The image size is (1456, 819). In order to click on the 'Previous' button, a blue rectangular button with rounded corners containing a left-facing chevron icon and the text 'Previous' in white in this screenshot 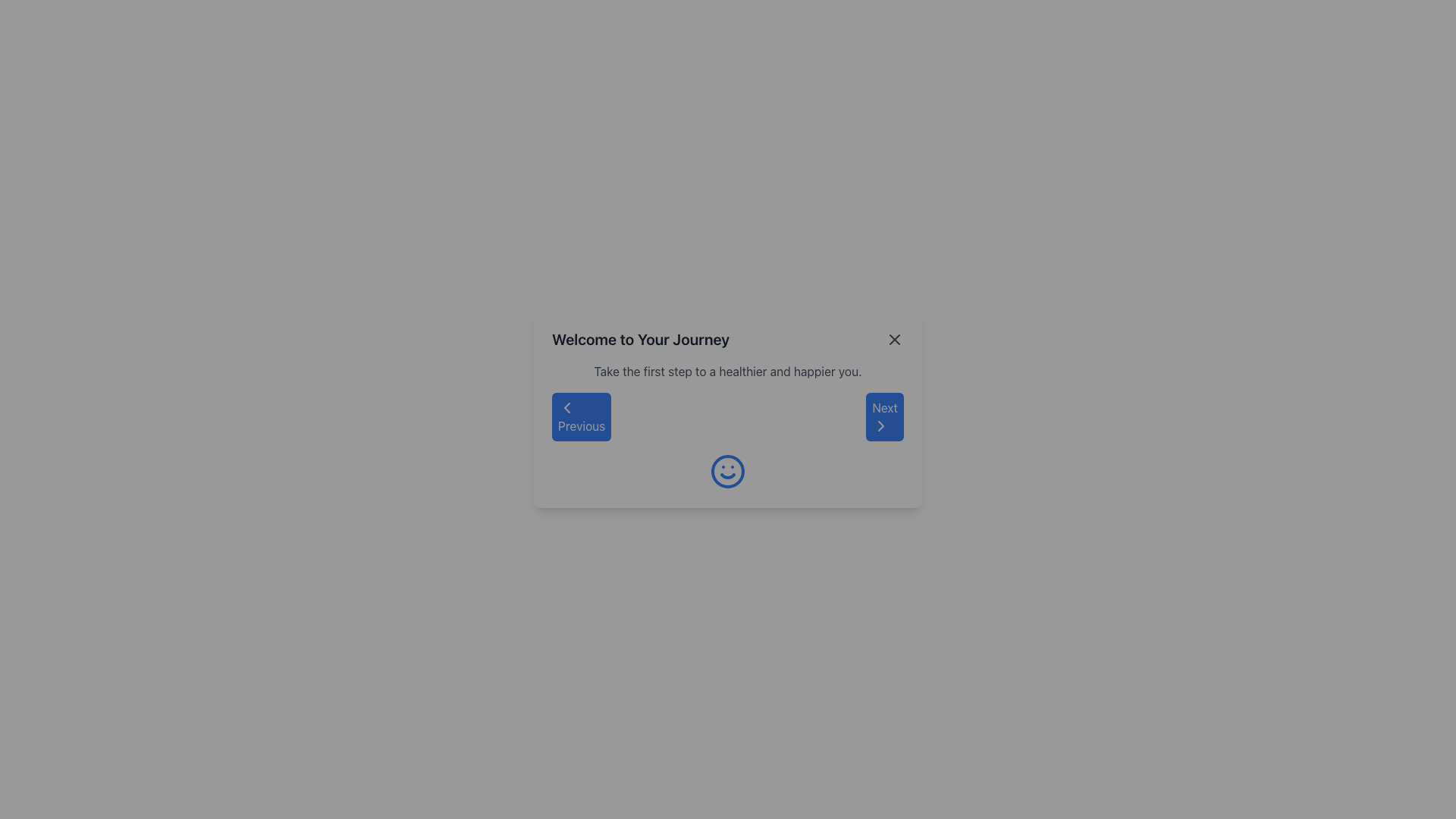, I will do `click(581, 417)`.